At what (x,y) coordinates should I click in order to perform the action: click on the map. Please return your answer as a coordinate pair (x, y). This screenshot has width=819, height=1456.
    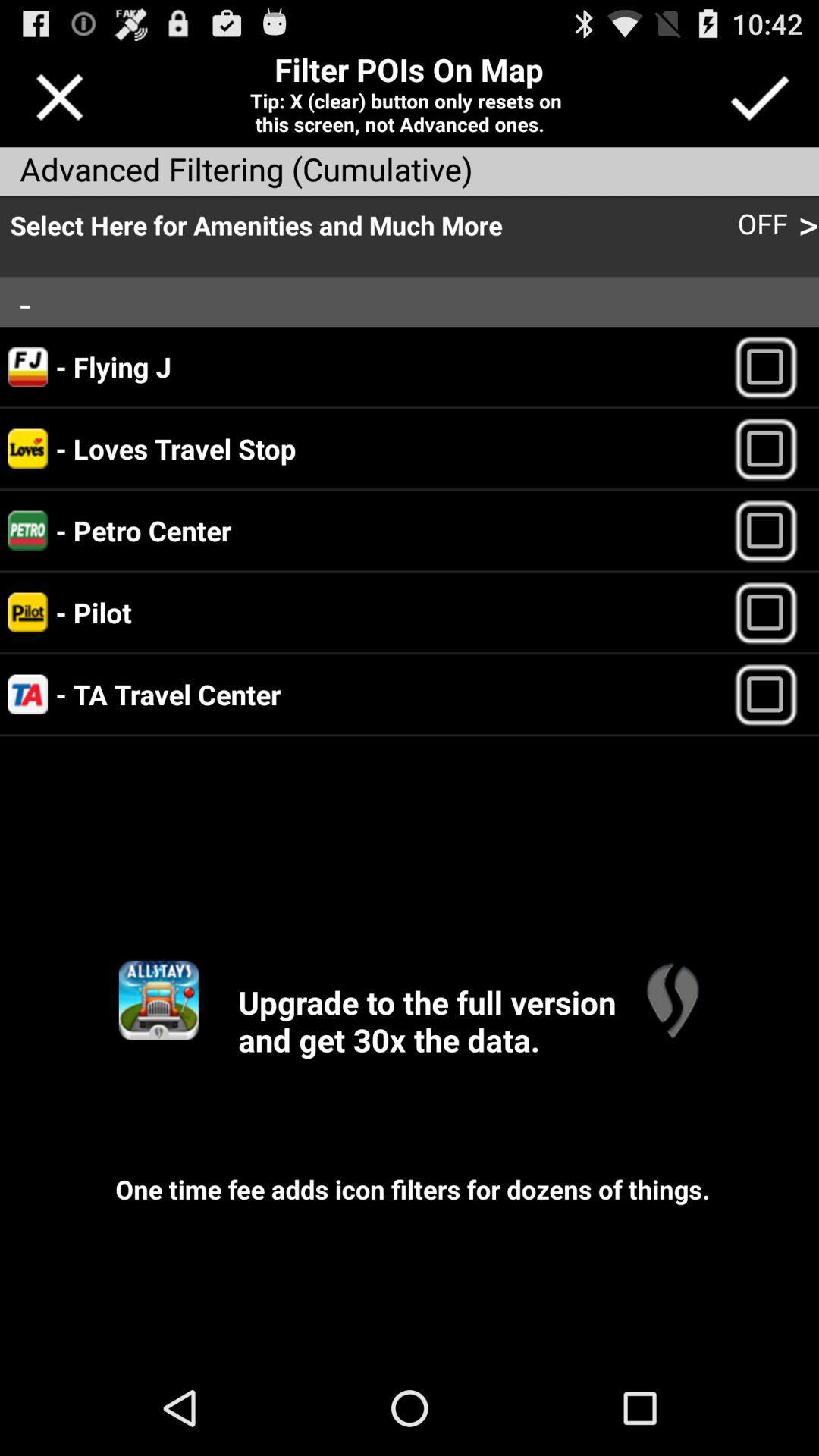
    Looking at the image, I should click on (671, 1000).